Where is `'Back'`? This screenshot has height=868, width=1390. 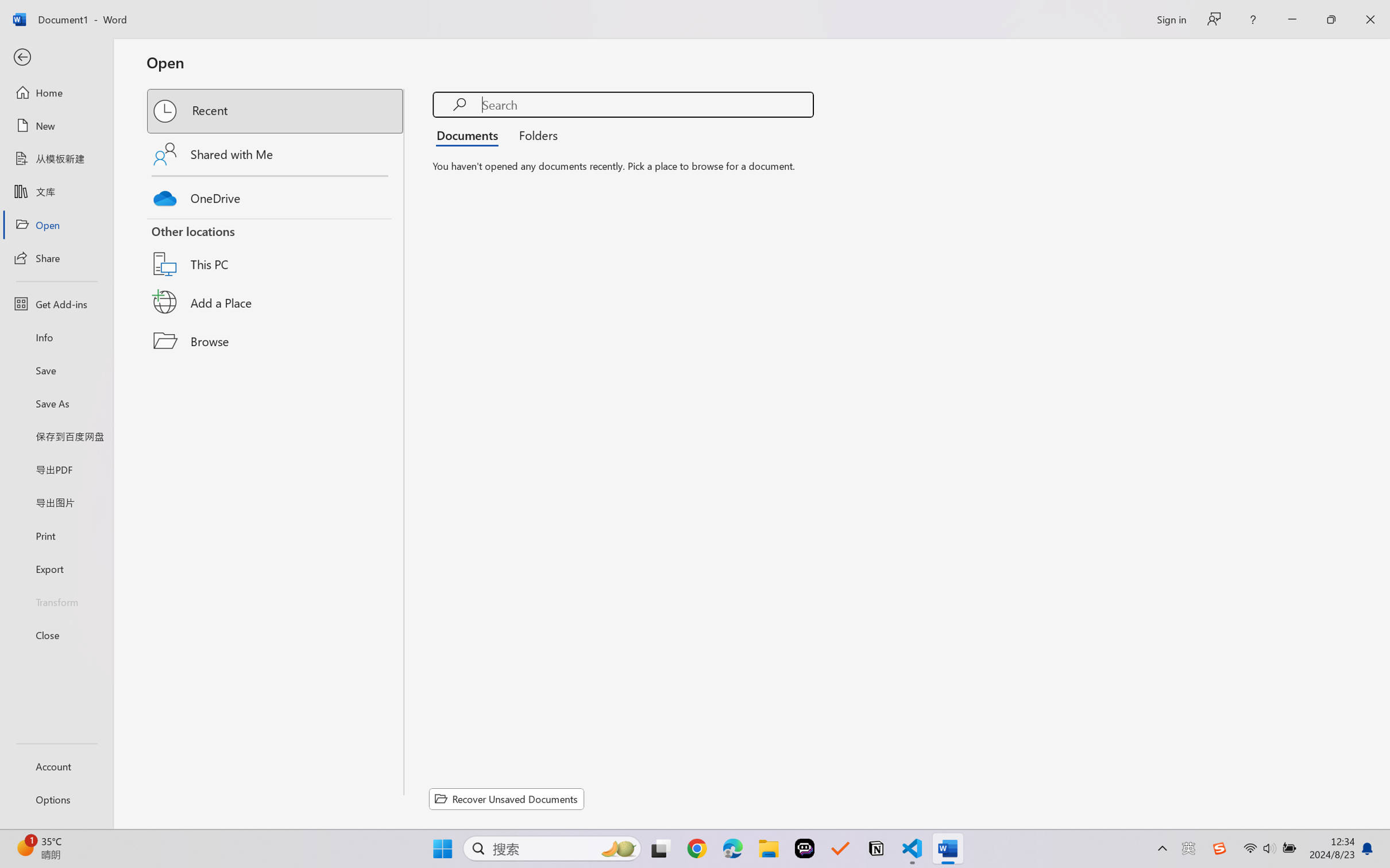 'Back' is located at coordinates (56, 57).